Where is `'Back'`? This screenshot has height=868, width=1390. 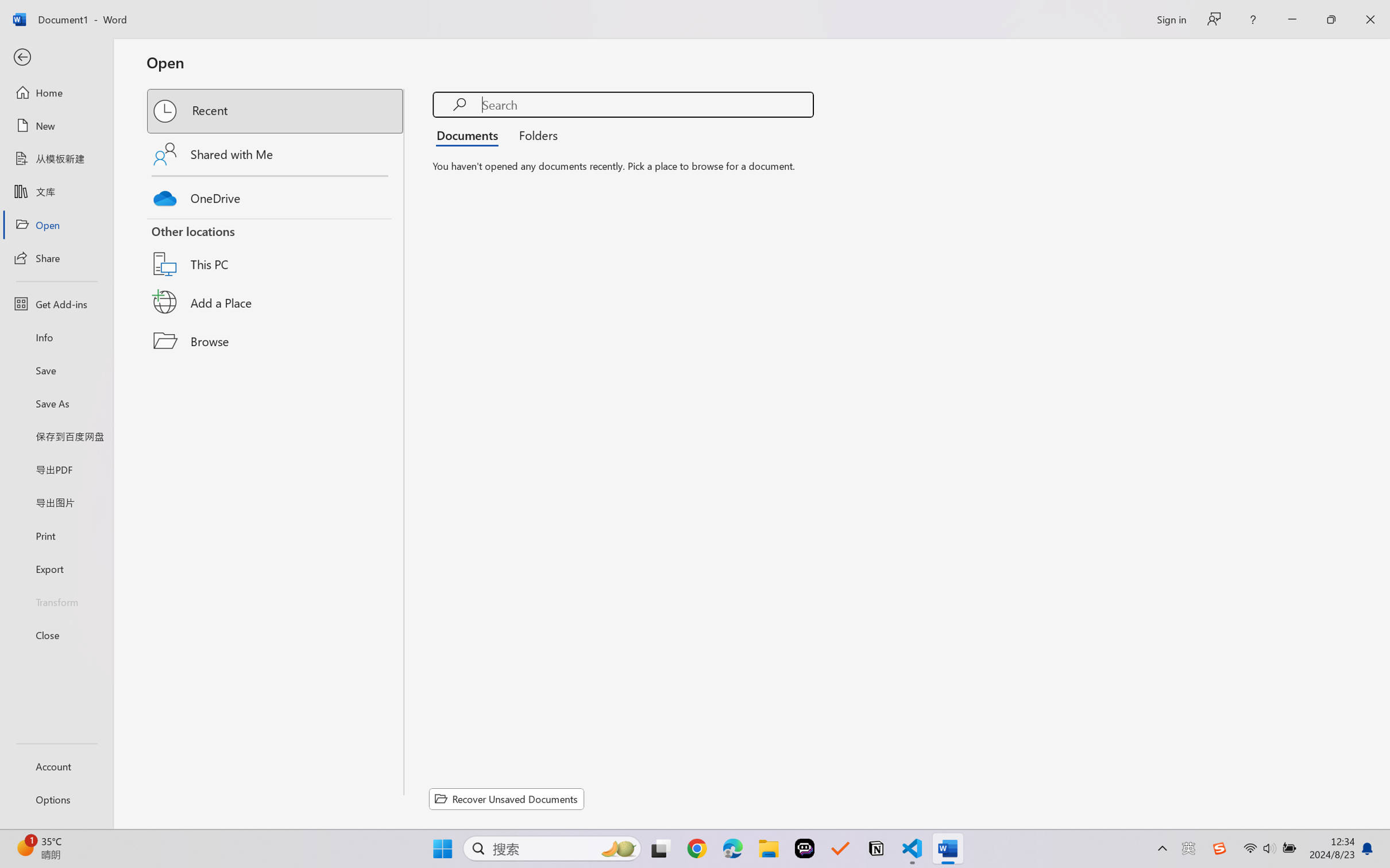 'Back' is located at coordinates (56, 57).